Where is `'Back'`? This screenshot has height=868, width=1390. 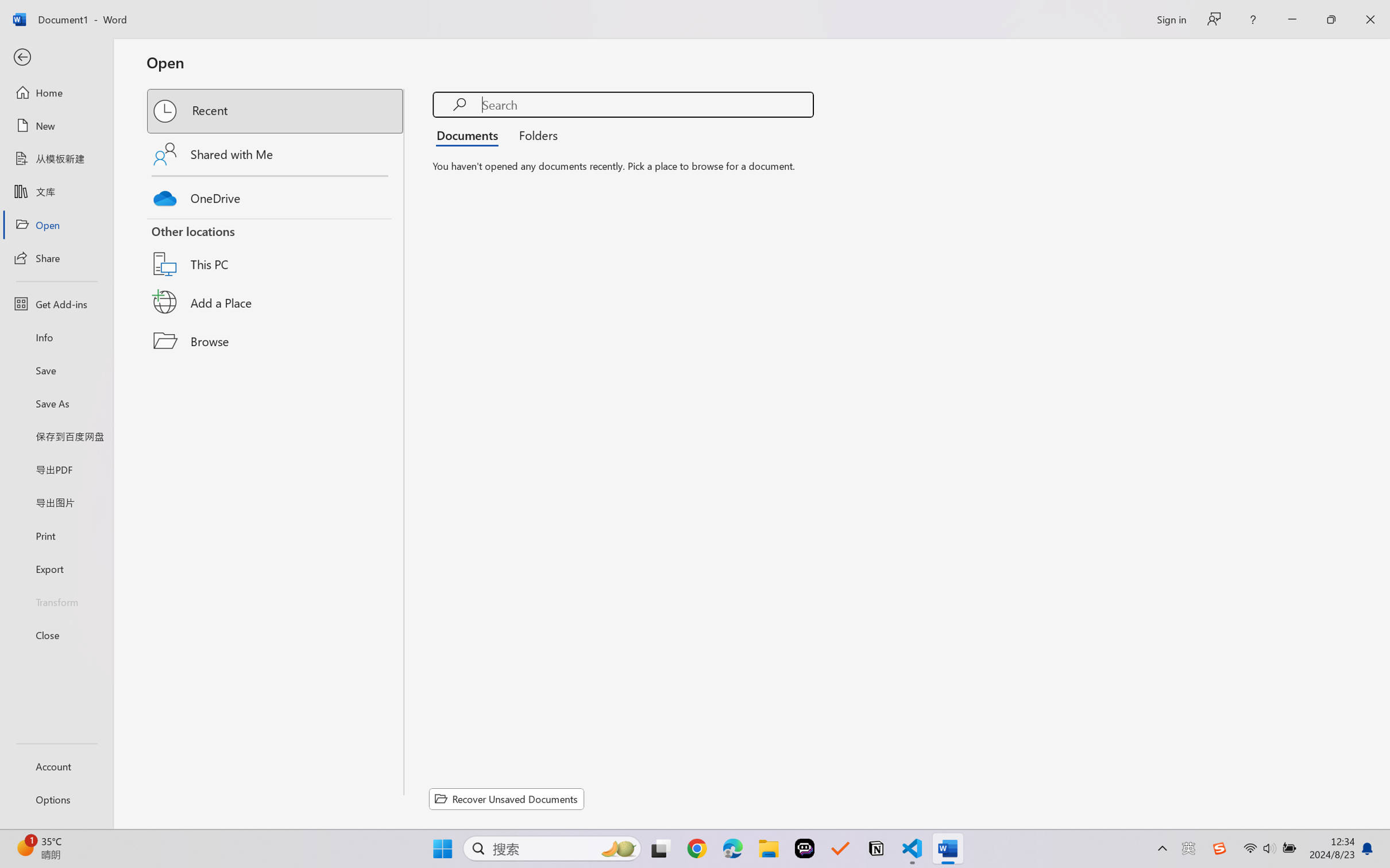 'Back' is located at coordinates (56, 57).